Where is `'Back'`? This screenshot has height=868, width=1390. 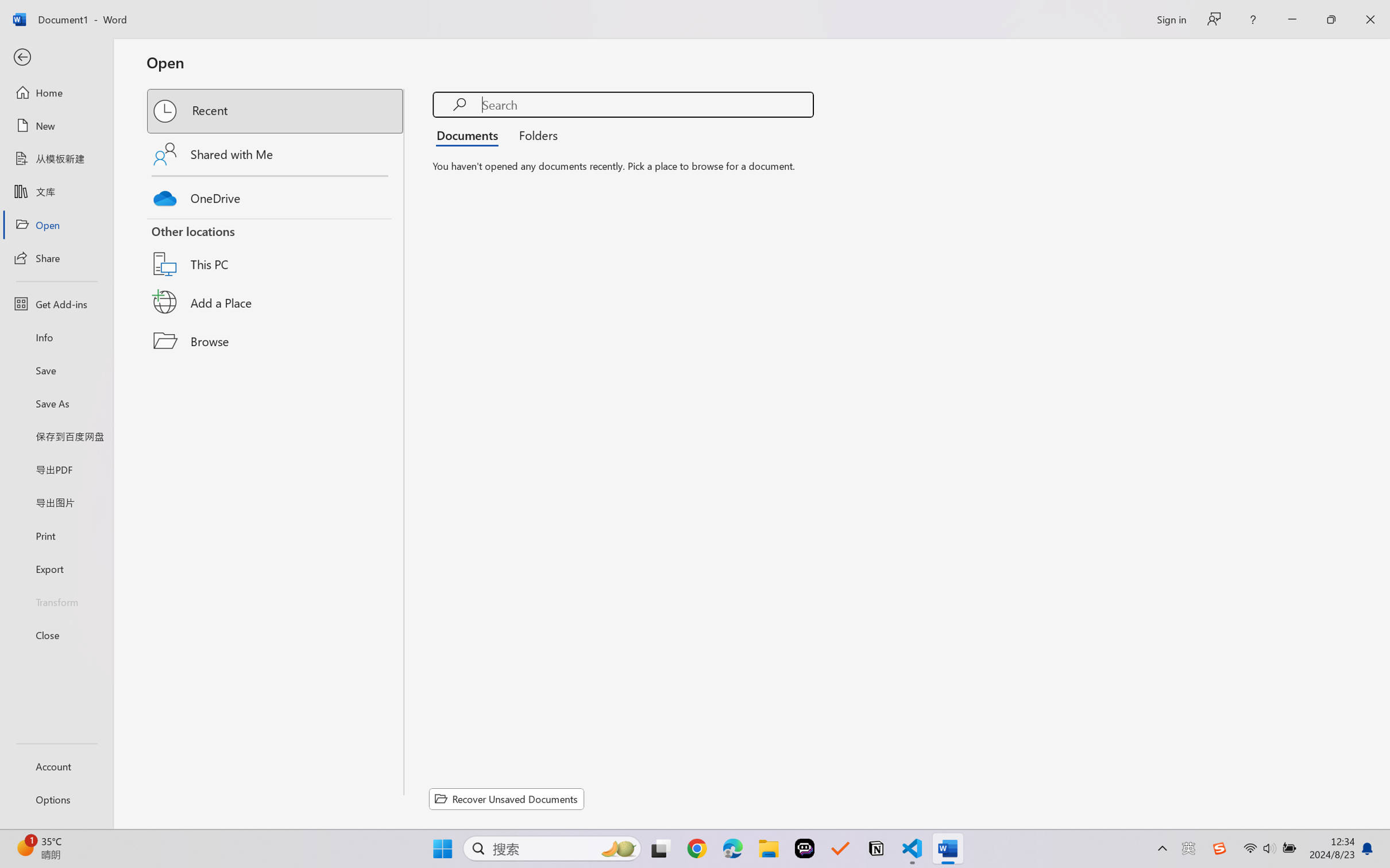 'Back' is located at coordinates (56, 57).